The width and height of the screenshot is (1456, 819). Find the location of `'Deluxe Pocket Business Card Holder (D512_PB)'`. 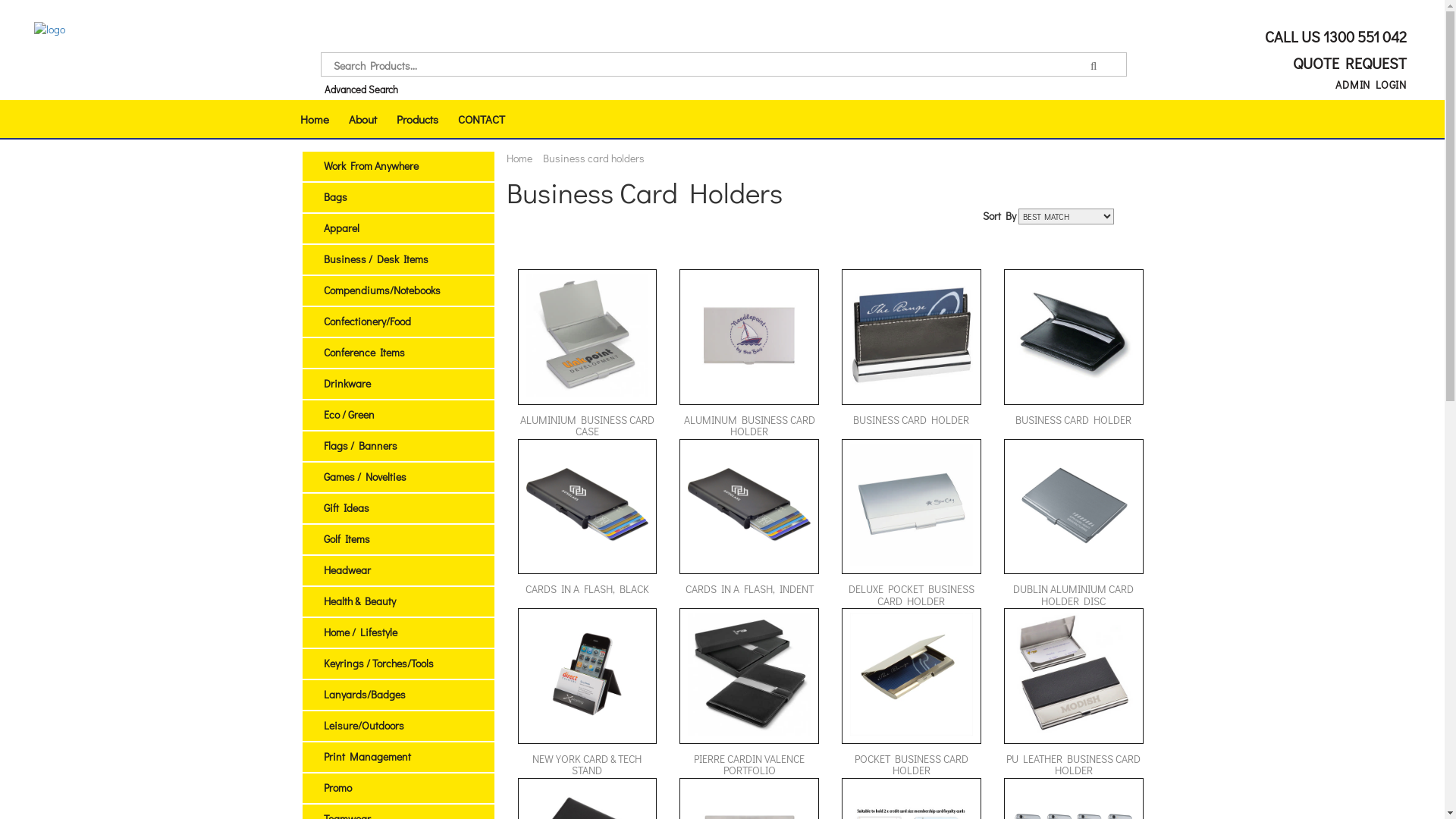

'Deluxe Pocket Business Card Holder (D512_PB)' is located at coordinates (910, 505).